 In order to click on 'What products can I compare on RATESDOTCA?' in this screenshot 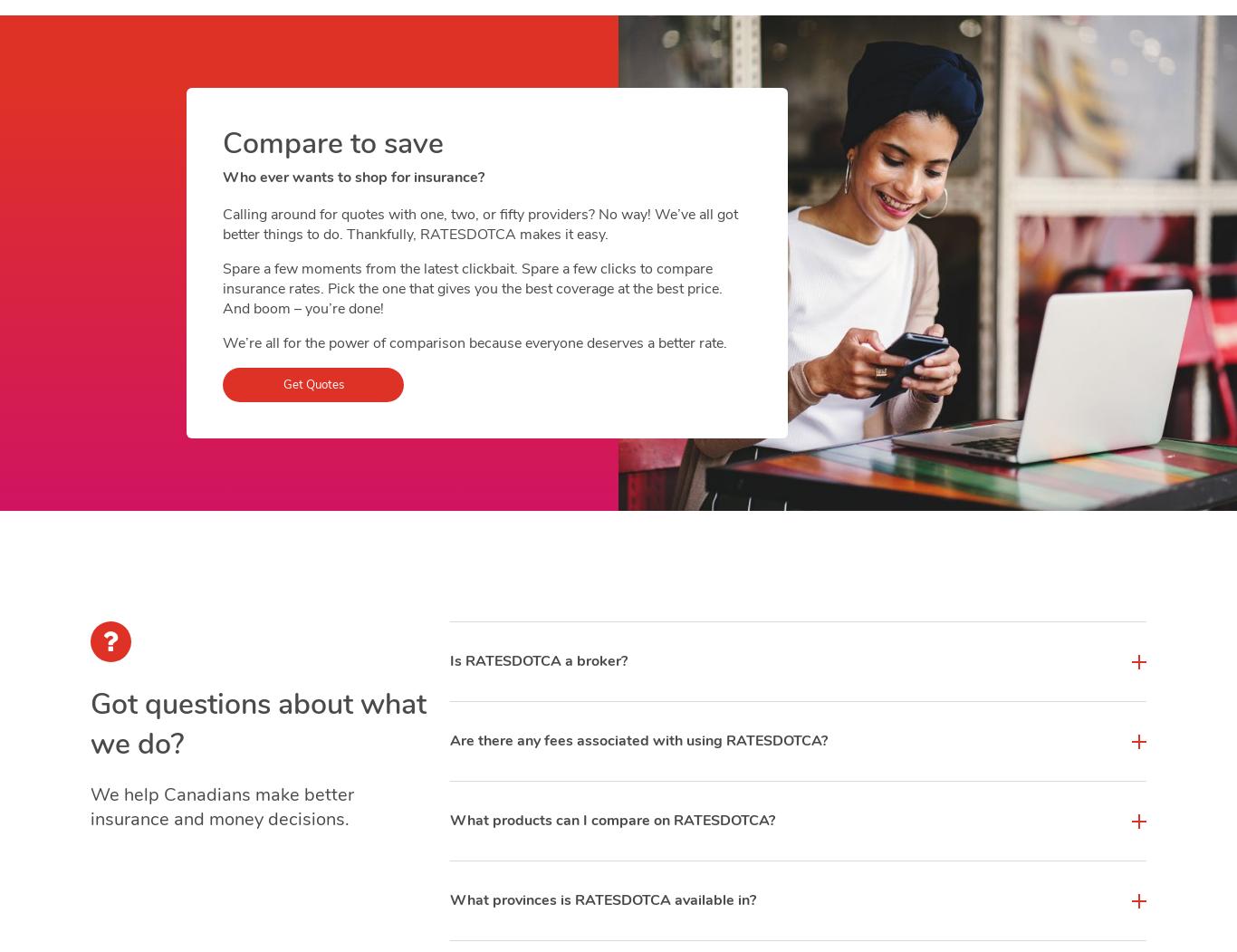, I will do `click(610, 820)`.